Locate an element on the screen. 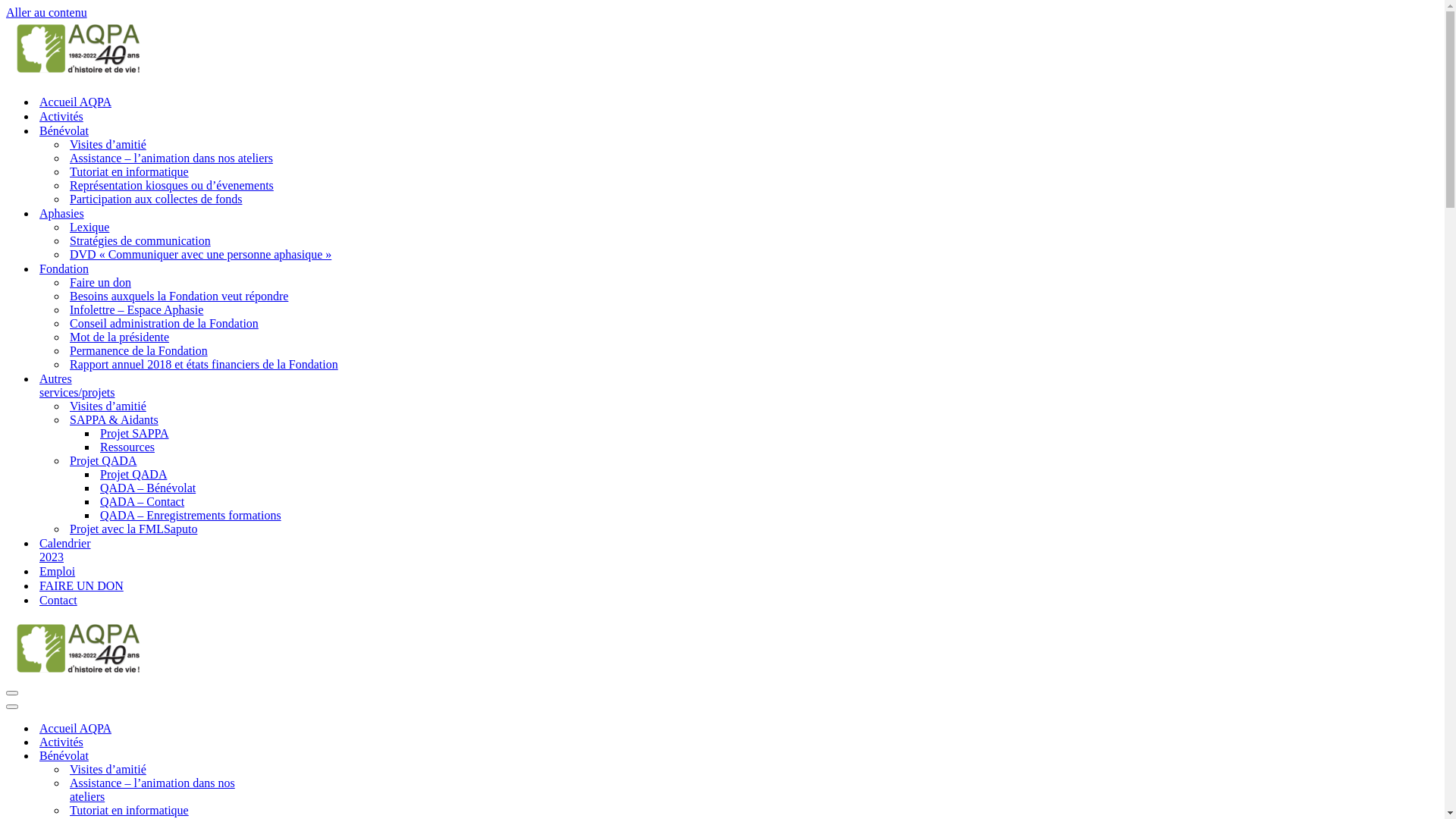  'Conseil administration de la Fondation' is located at coordinates (68, 323).